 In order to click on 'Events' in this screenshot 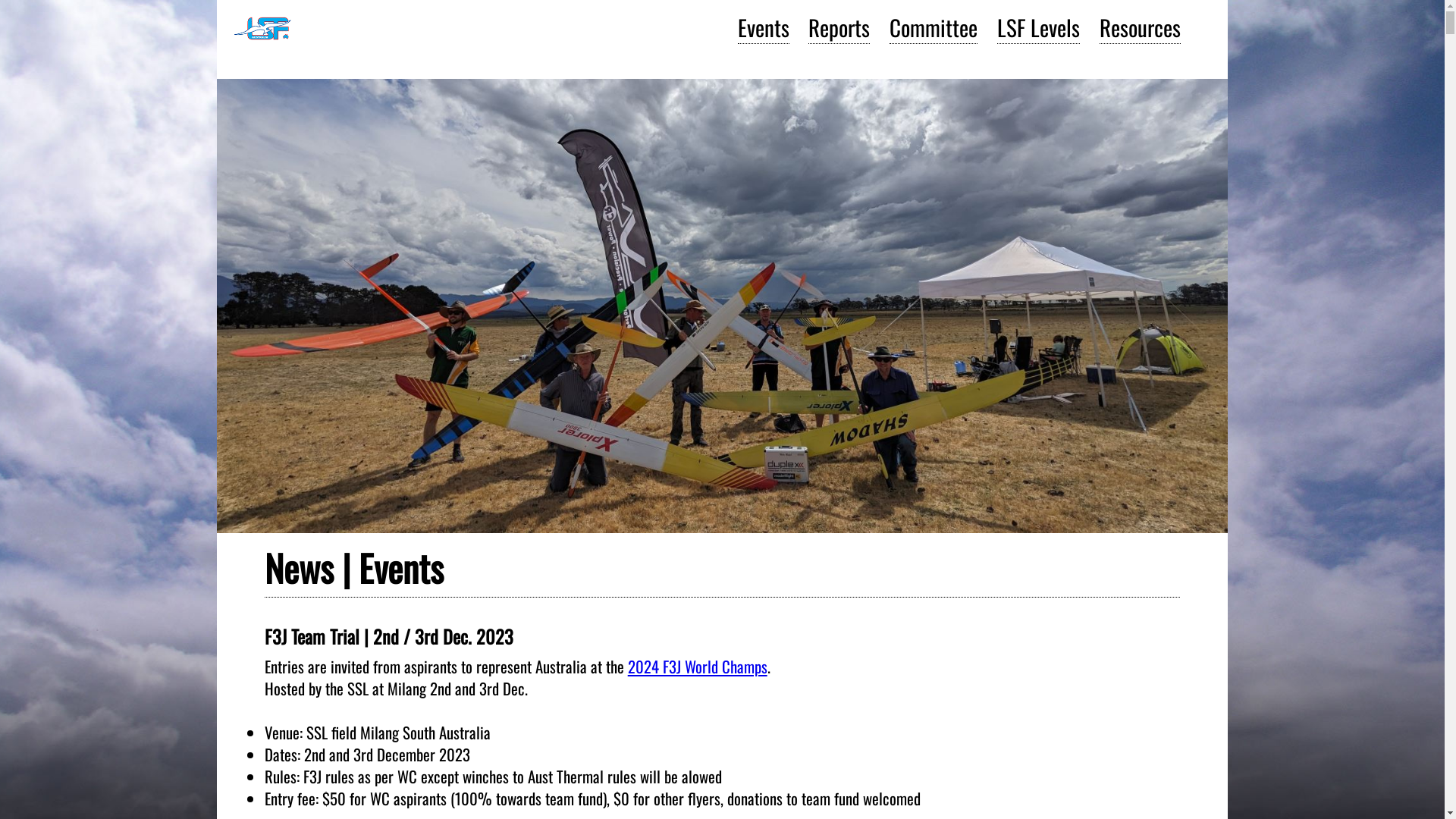, I will do `click(764, 27)`.